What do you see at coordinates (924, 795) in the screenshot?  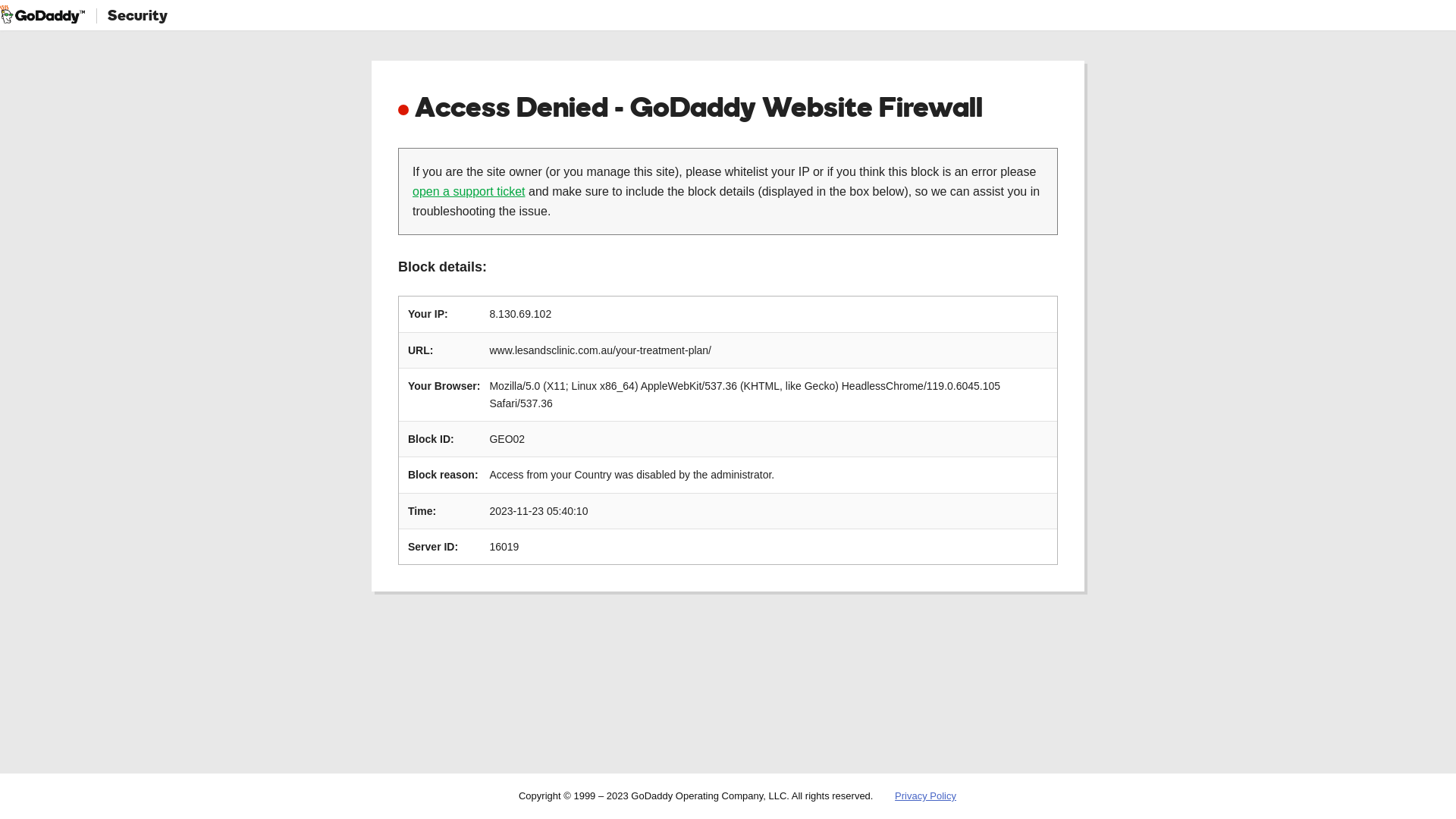 I see `'Privacy Policy'` at bounding box center [924, 795].